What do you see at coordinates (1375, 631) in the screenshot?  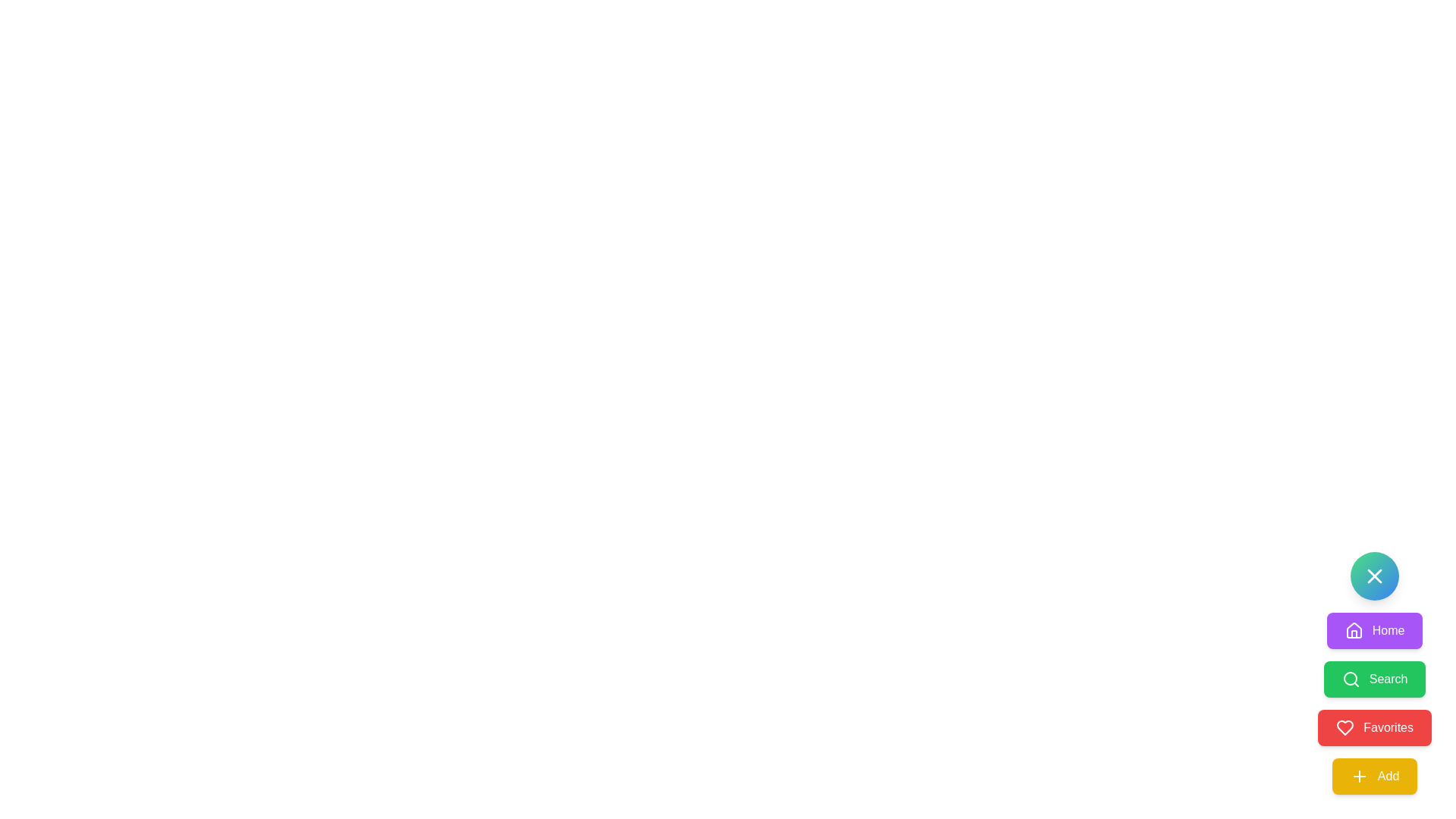 I see `the navigation button located on the right side of the interface` at bounding box center [1375, 631].